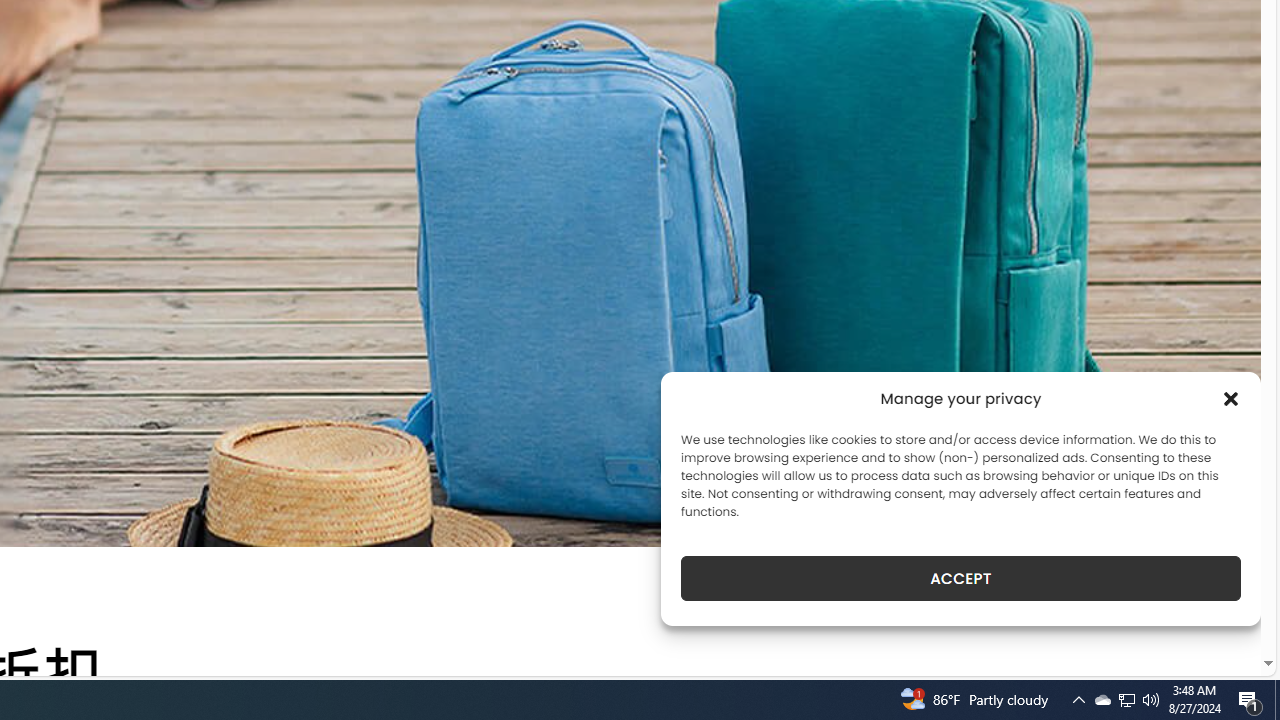 The height and width of the screenshot is (720, 1280). Describe the element at coordinates (961, 578) in the screenshot. I see `'ACCEPT'` at that location.